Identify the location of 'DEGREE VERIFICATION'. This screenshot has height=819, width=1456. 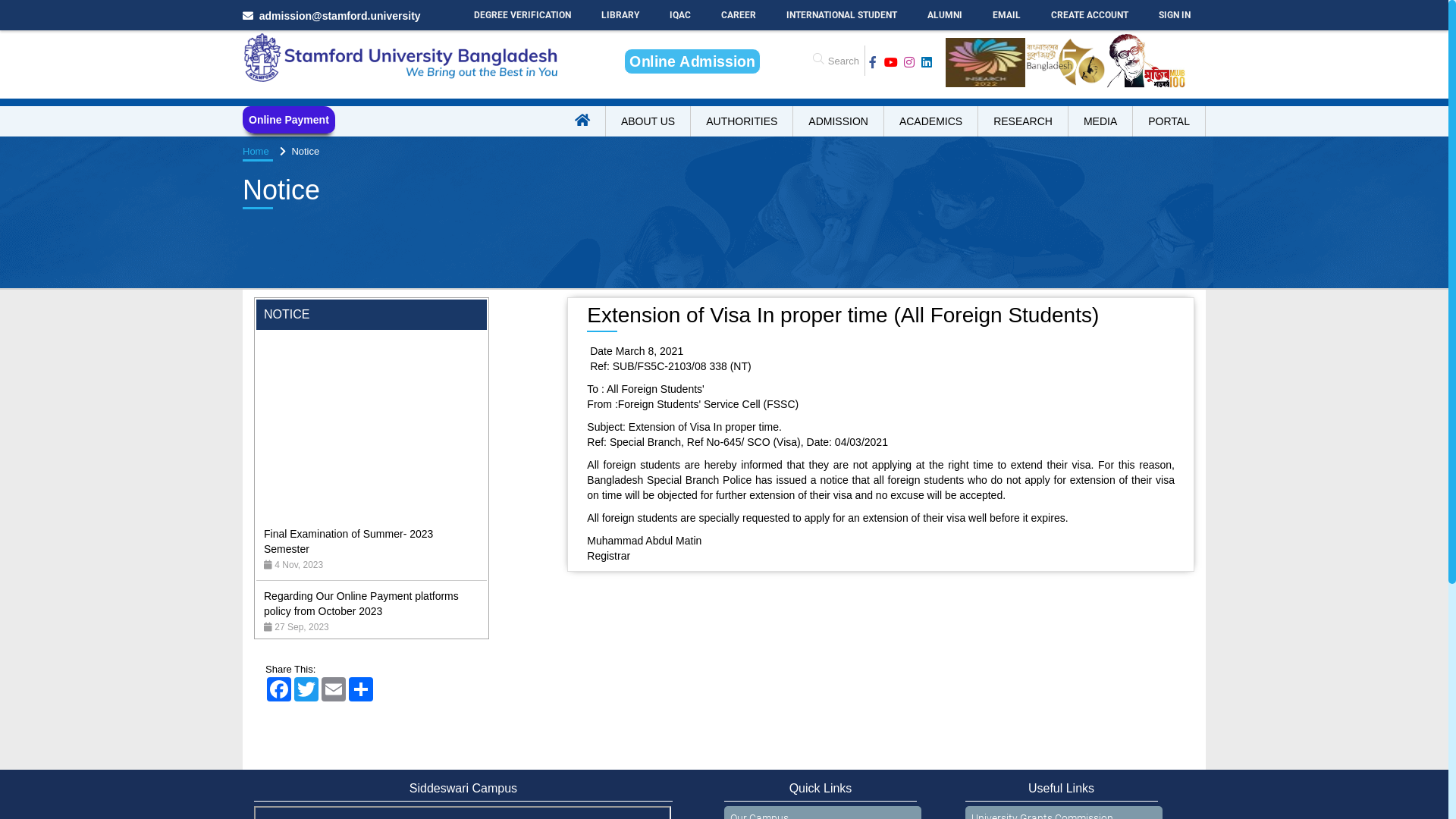
(522, 14).